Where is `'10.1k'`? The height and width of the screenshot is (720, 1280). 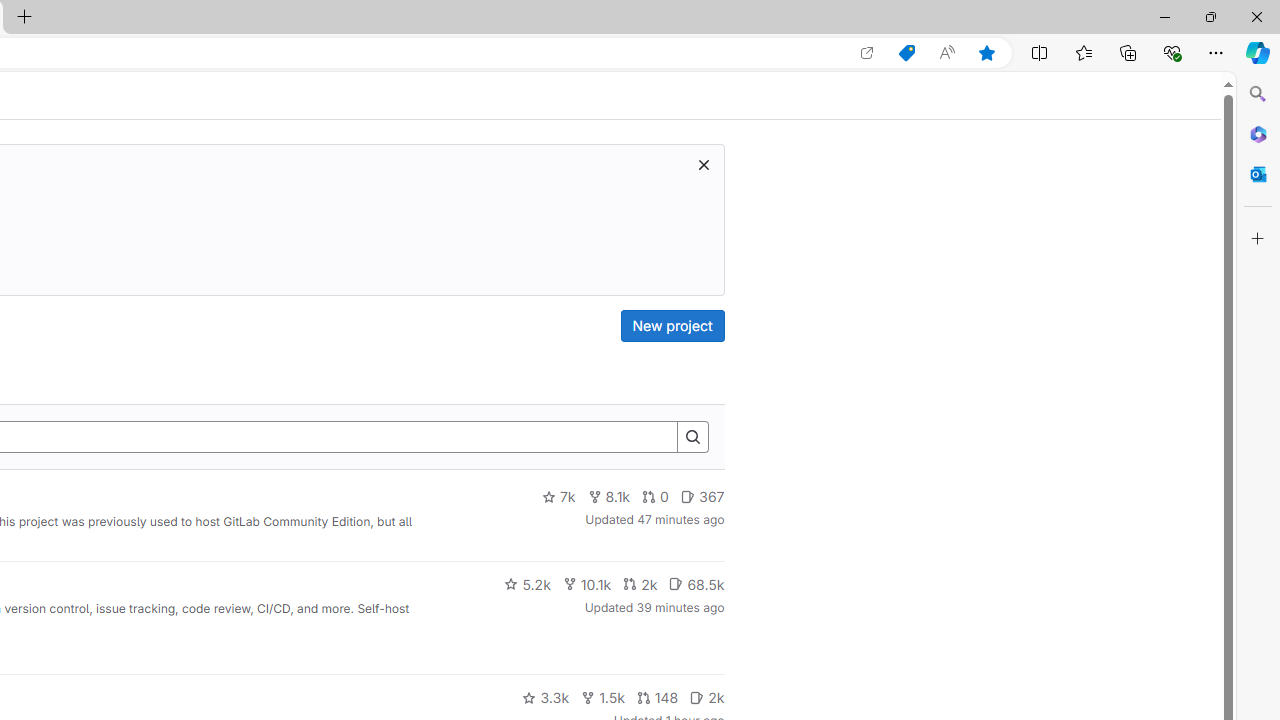 '10.1k' is located at coordinates (585, 583).